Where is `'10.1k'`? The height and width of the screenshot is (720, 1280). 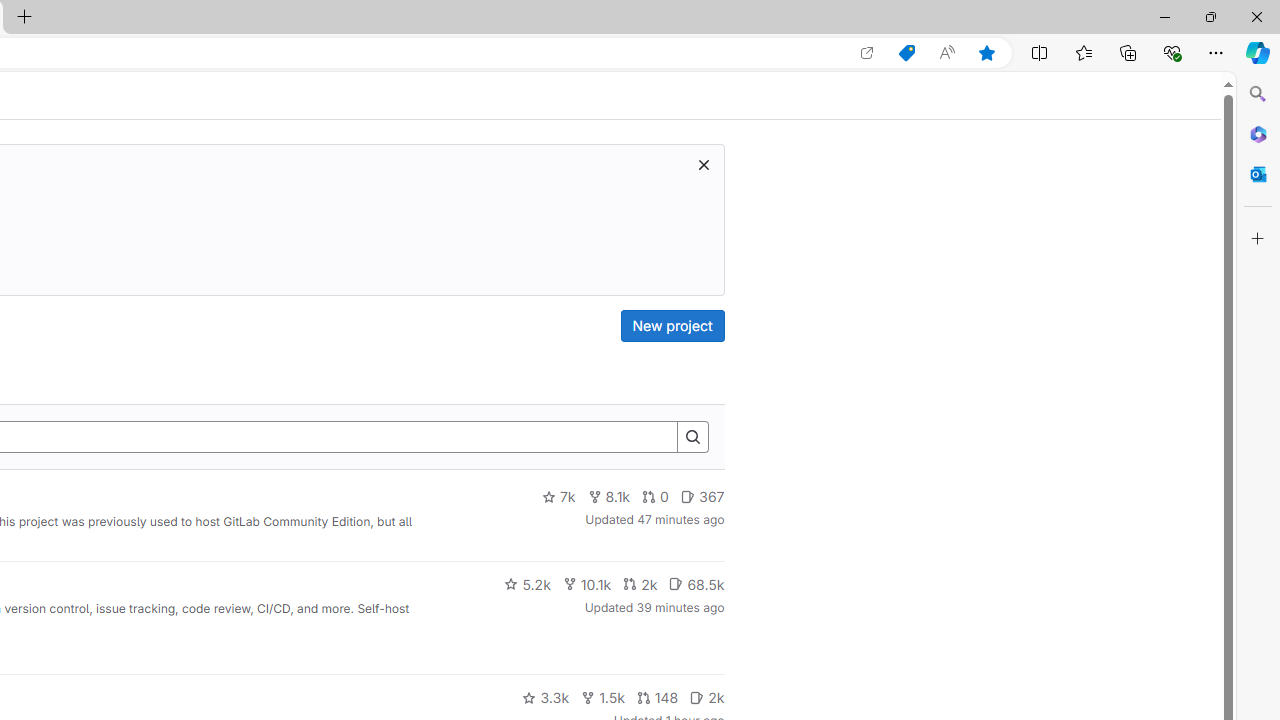 '10.1k' is located at coordinates (585, 583).